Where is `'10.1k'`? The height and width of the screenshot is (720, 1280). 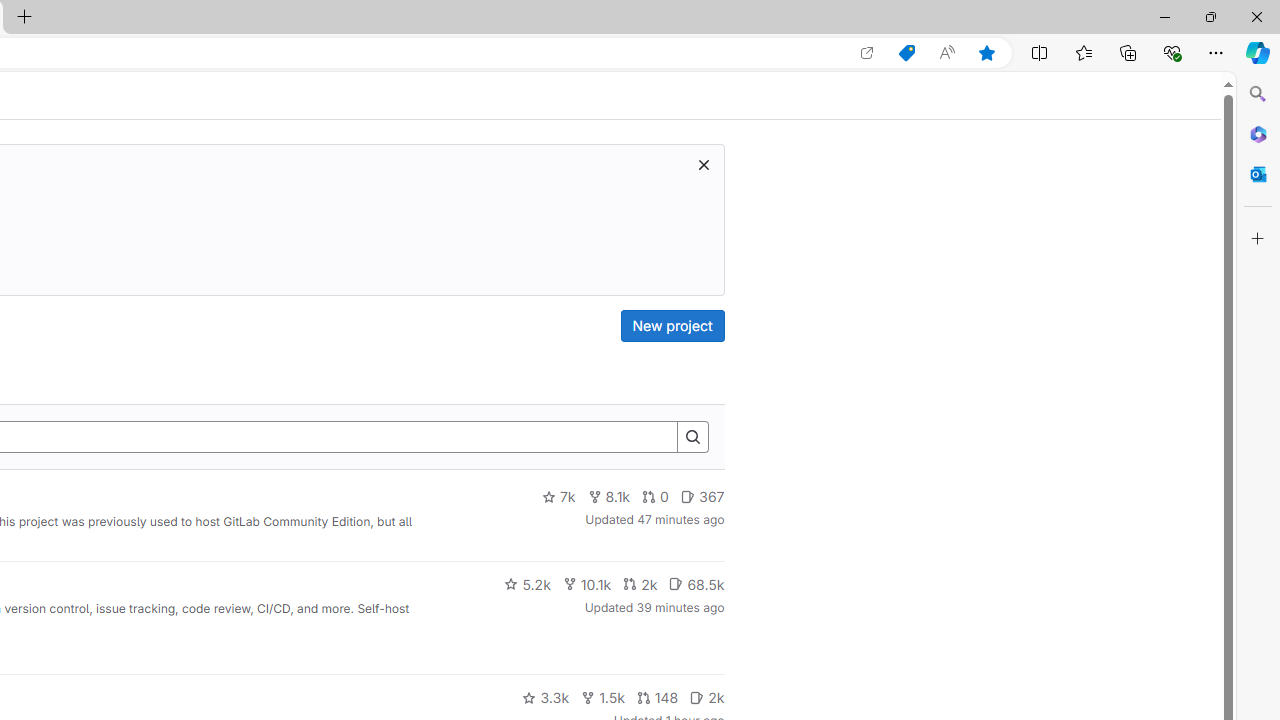 '10.1k' is located at coordinates (585, 583).